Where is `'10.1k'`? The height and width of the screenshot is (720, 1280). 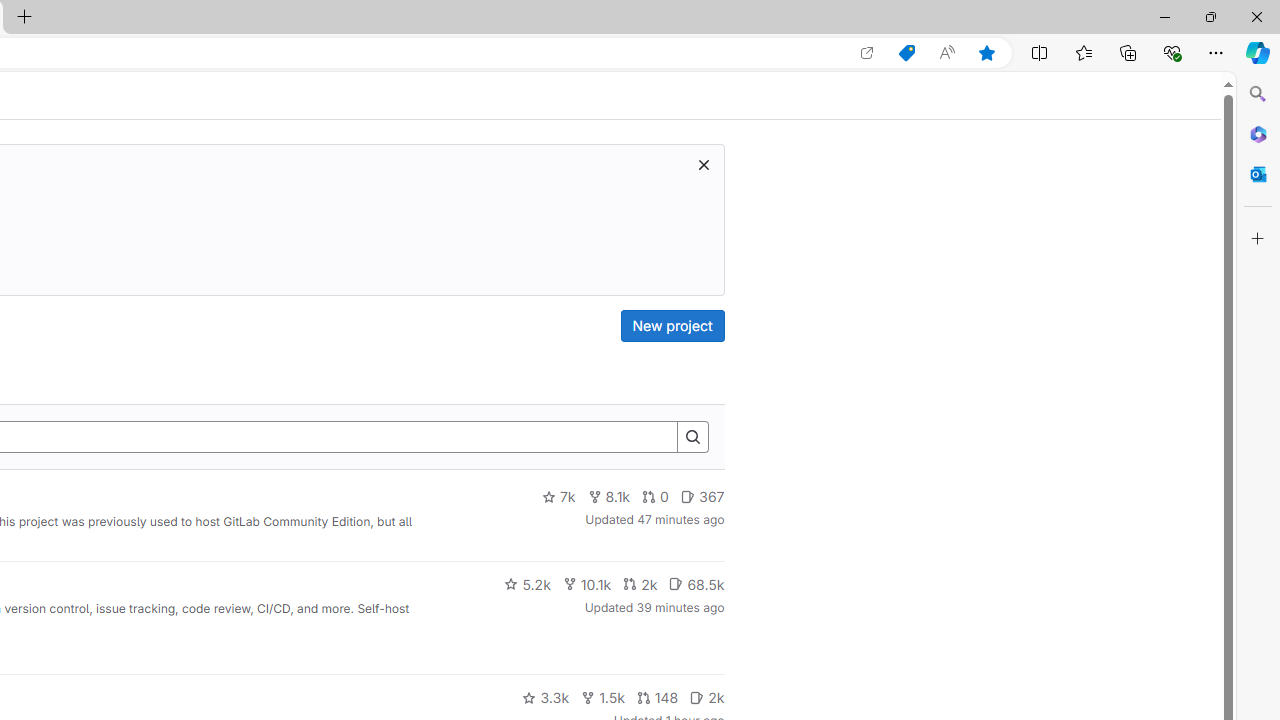 '10.1k' is located at coordinates (585, 583).